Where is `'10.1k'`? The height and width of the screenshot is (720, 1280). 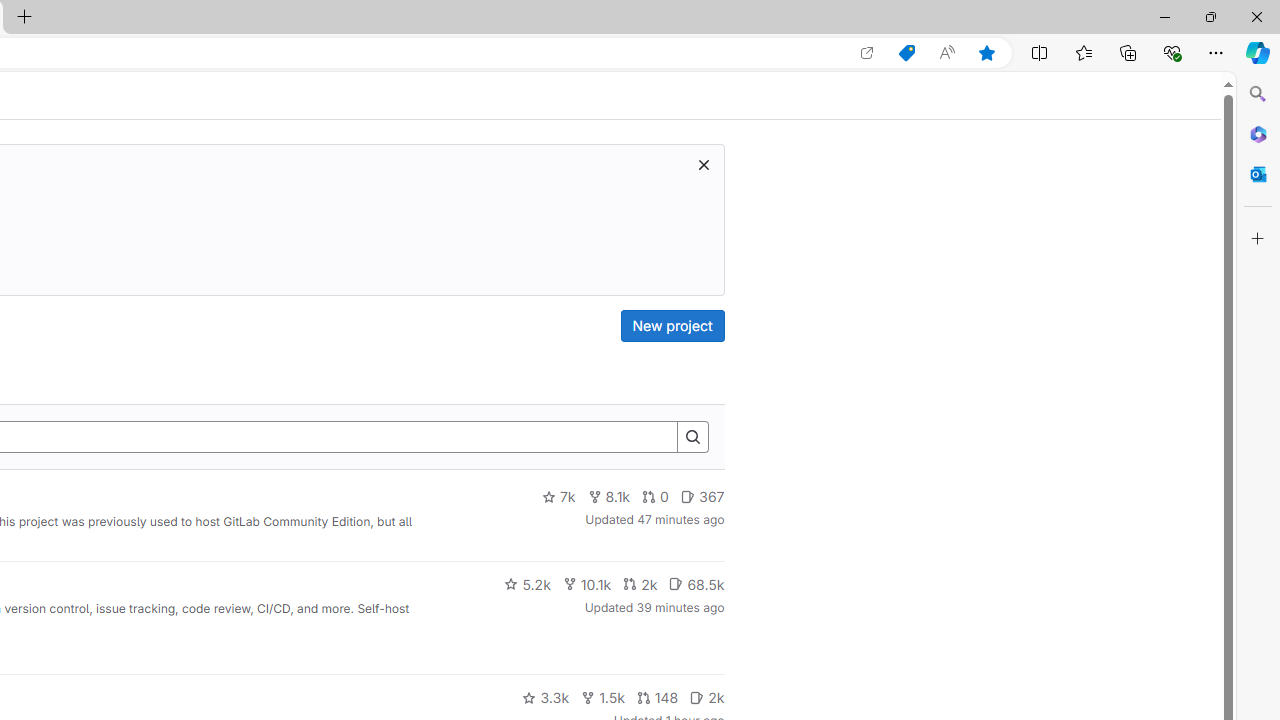 '10.1k' is located at coordinates (585, 583).